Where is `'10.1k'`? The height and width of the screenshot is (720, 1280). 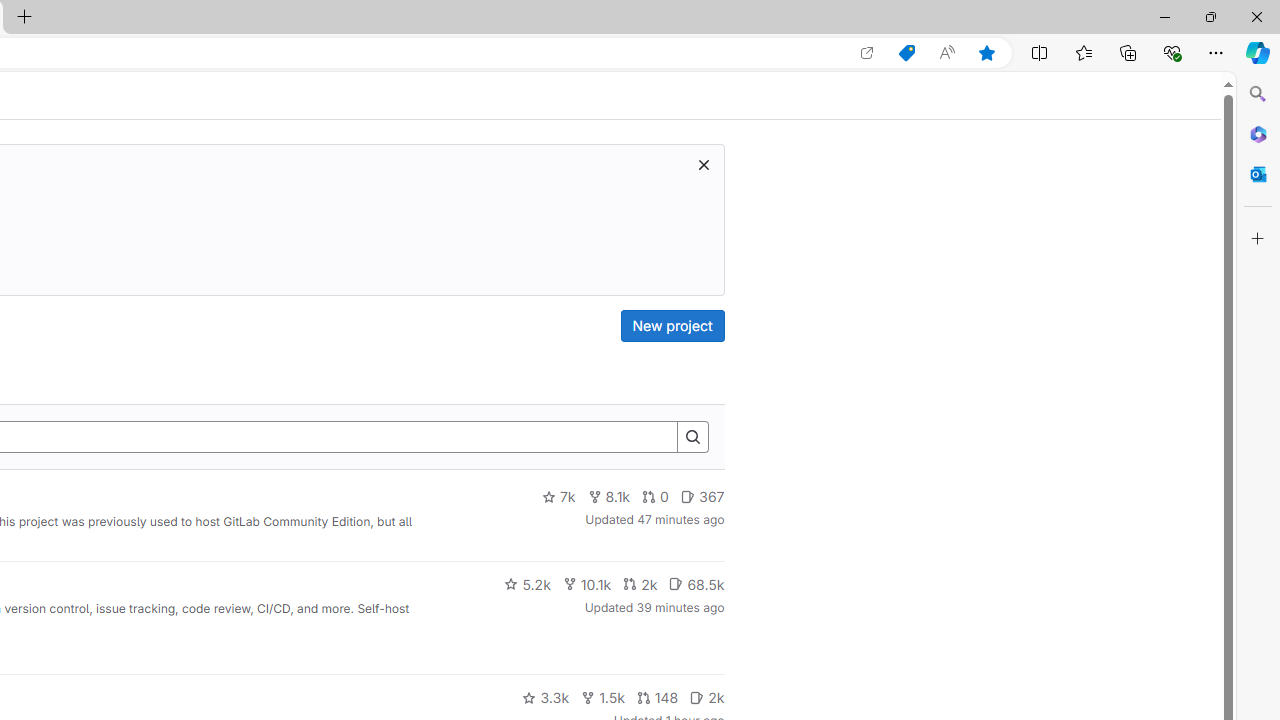 '10.1k' is located at coordinates (585, 583).